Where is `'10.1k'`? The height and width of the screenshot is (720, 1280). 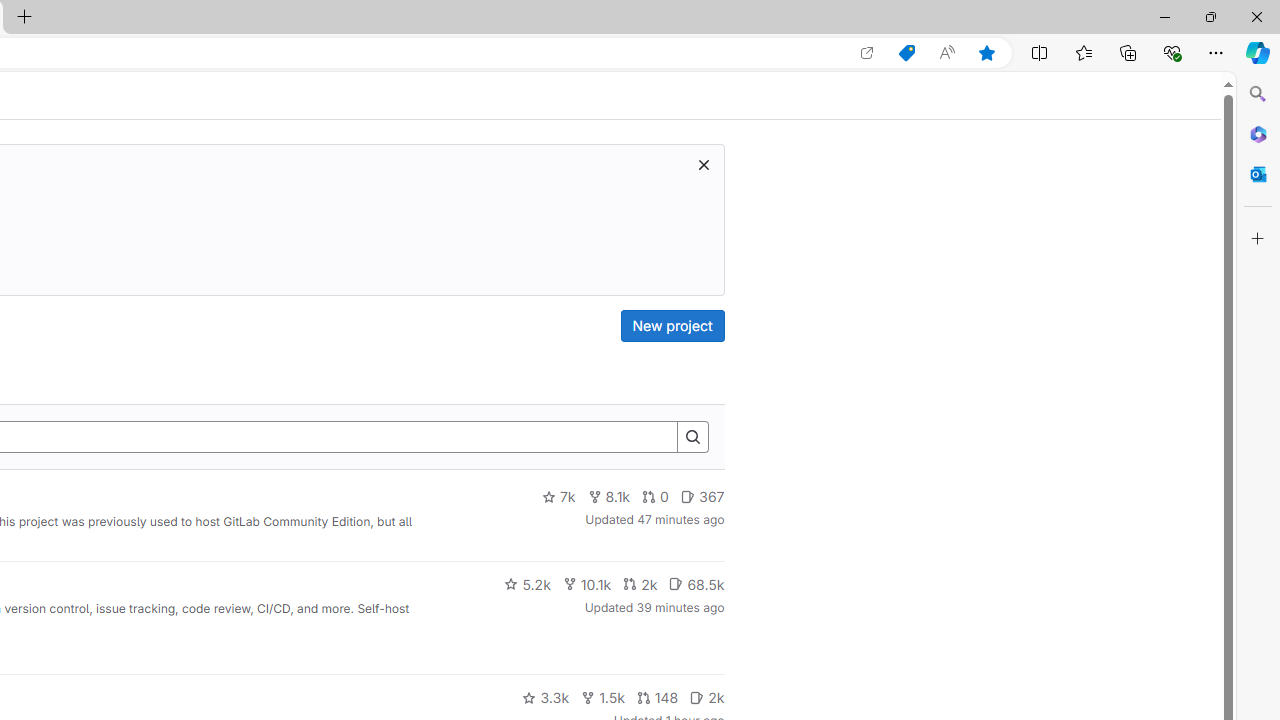 '10.1k' is located at coordinates (585, 583).